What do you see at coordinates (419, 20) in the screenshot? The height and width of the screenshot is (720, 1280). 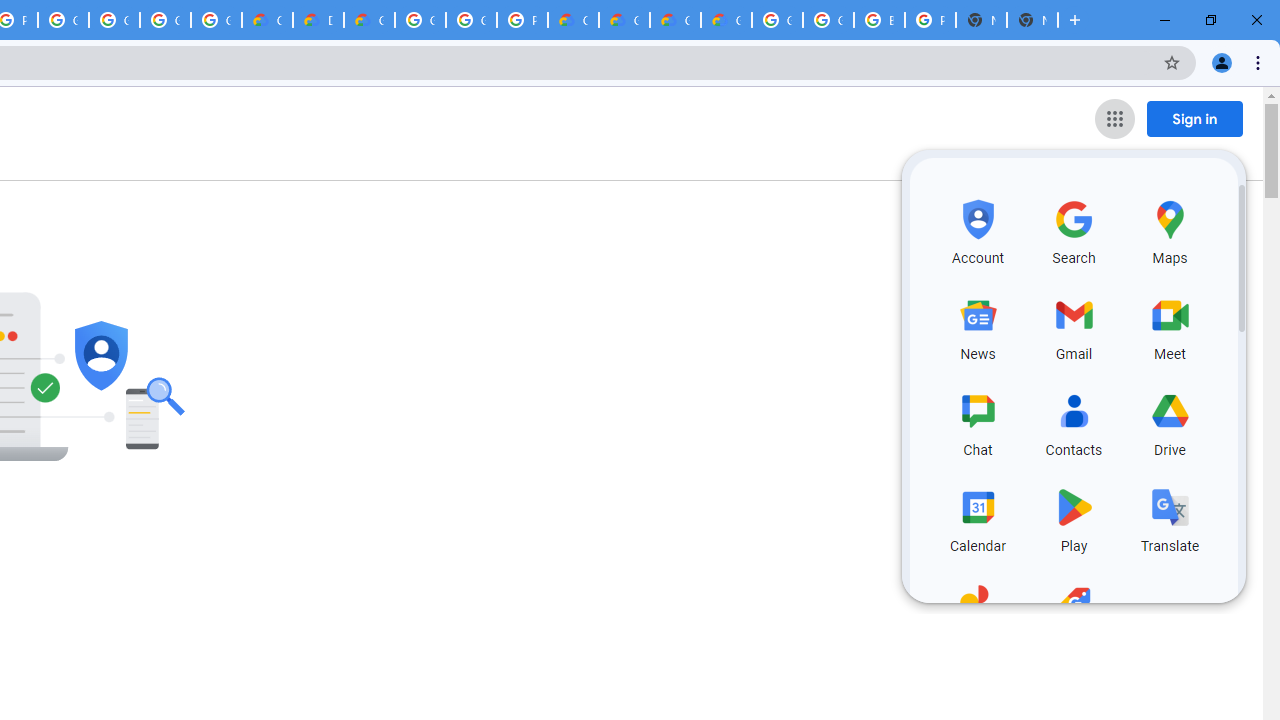 I see `'Google Cloud Platform'` at bounding box center [419, 20].